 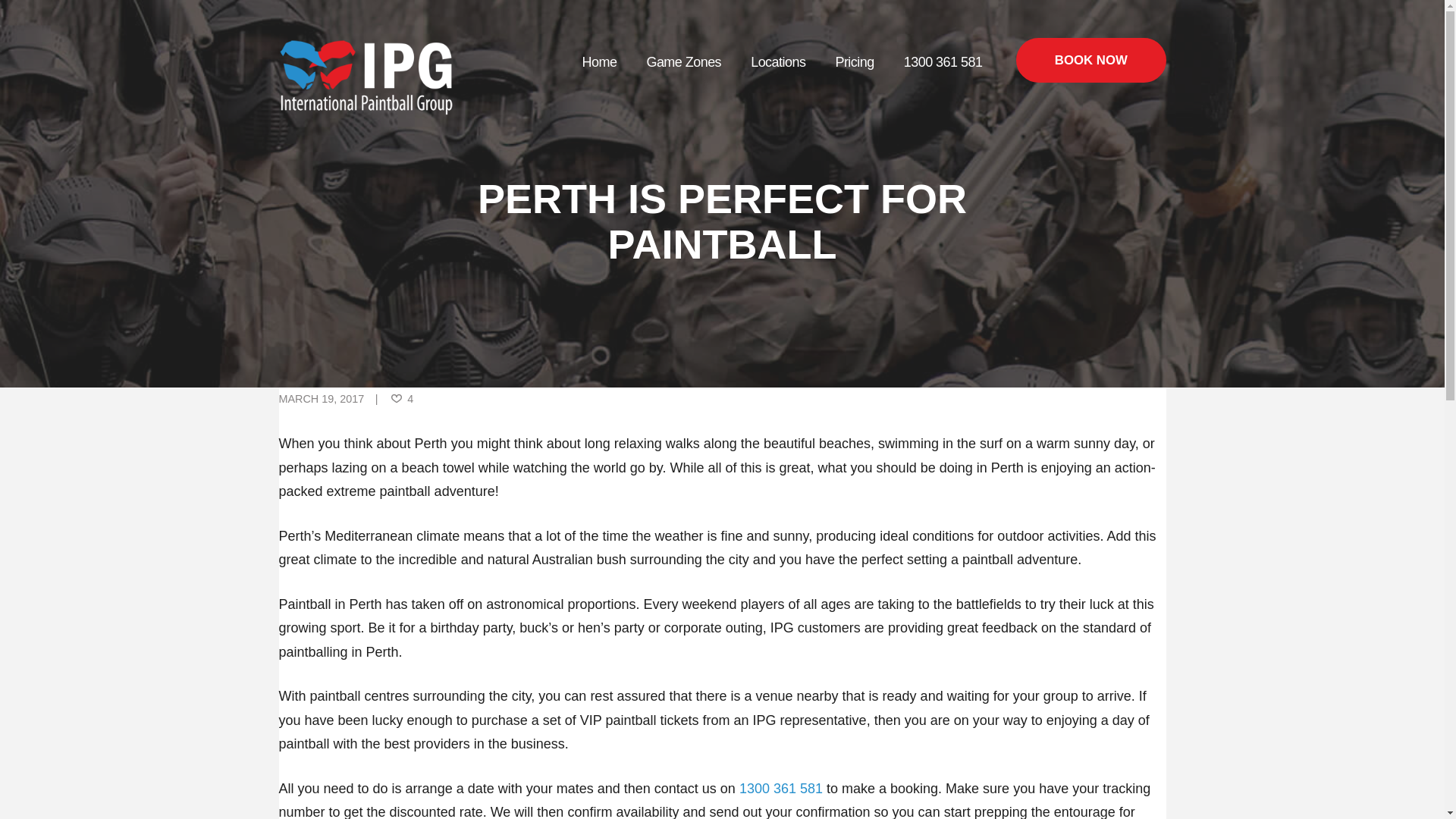 What do you see at coordinates (632, 61) in the screenshot?
I see `'Game Zones'` at bounding box center [632, 61].